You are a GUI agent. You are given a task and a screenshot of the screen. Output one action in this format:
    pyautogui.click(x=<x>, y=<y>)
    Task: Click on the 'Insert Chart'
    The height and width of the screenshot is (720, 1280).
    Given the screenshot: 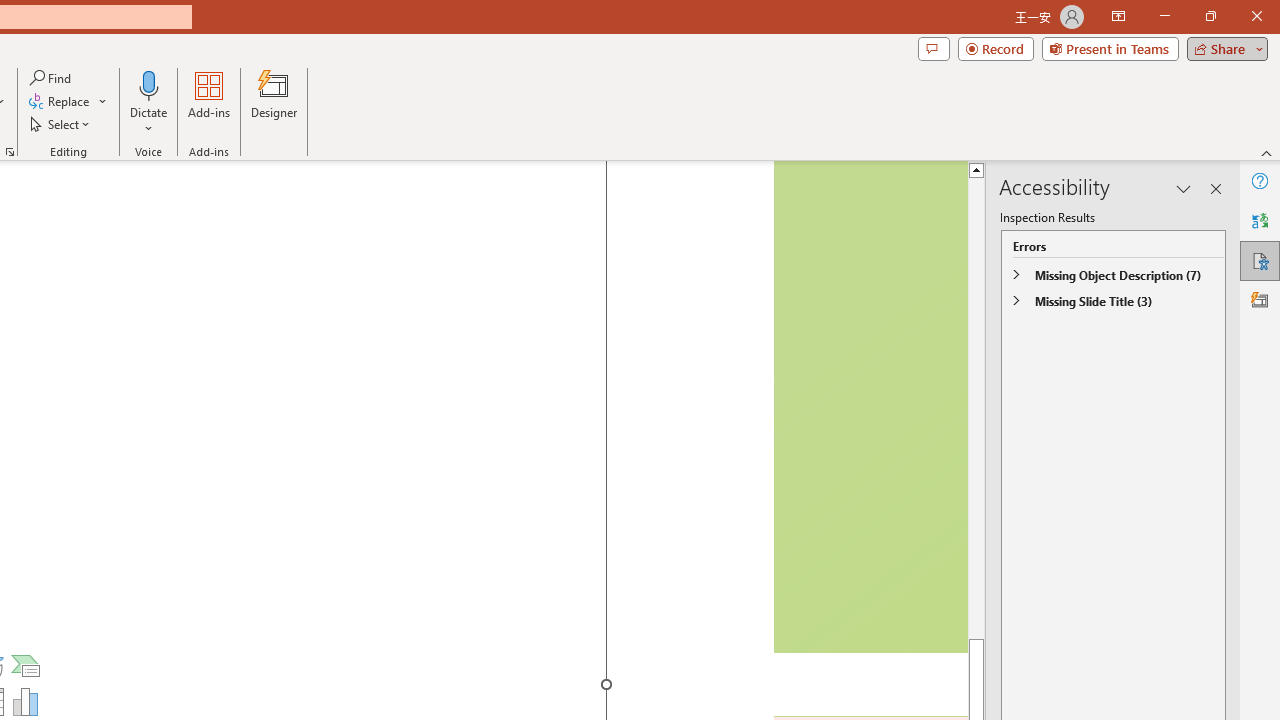 What is the action you would take?
    pyautogui.click(x=26, y=701)
    